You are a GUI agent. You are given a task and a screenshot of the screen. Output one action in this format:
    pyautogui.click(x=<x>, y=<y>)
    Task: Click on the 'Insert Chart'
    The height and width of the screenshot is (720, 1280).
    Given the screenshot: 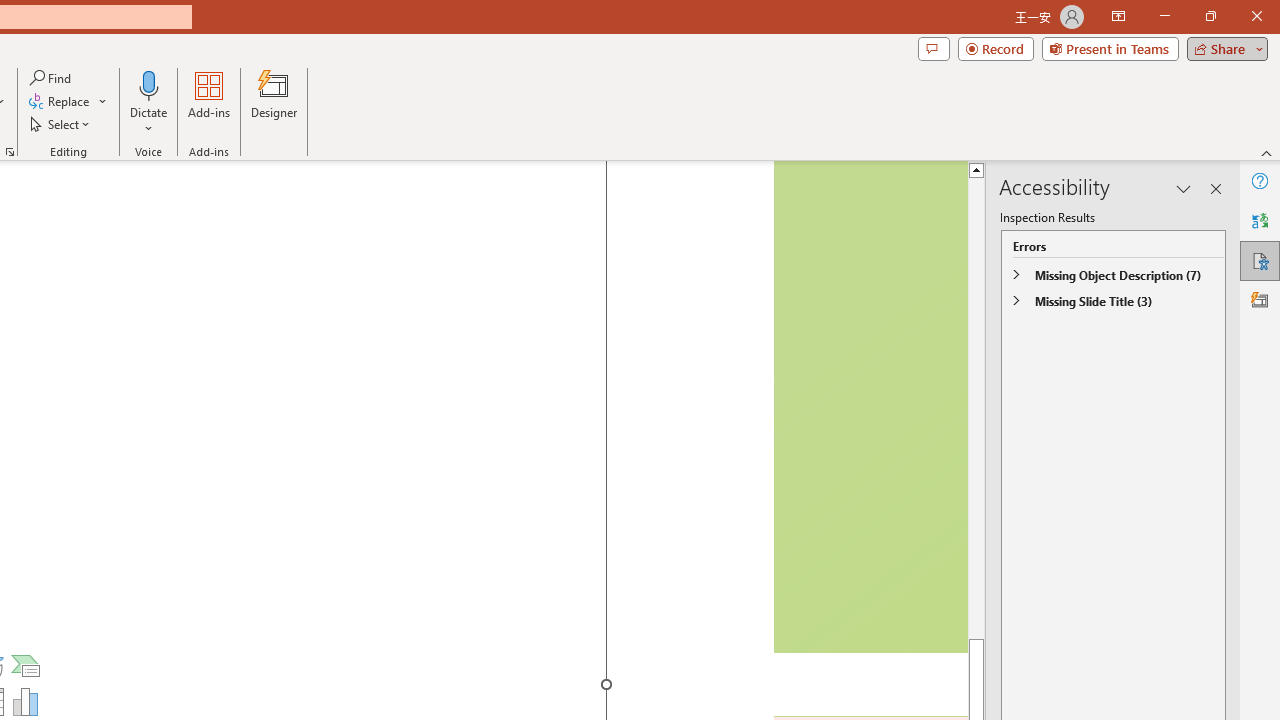 What is the action you would take?
    pyautogui.click(x=26, y=701)
    